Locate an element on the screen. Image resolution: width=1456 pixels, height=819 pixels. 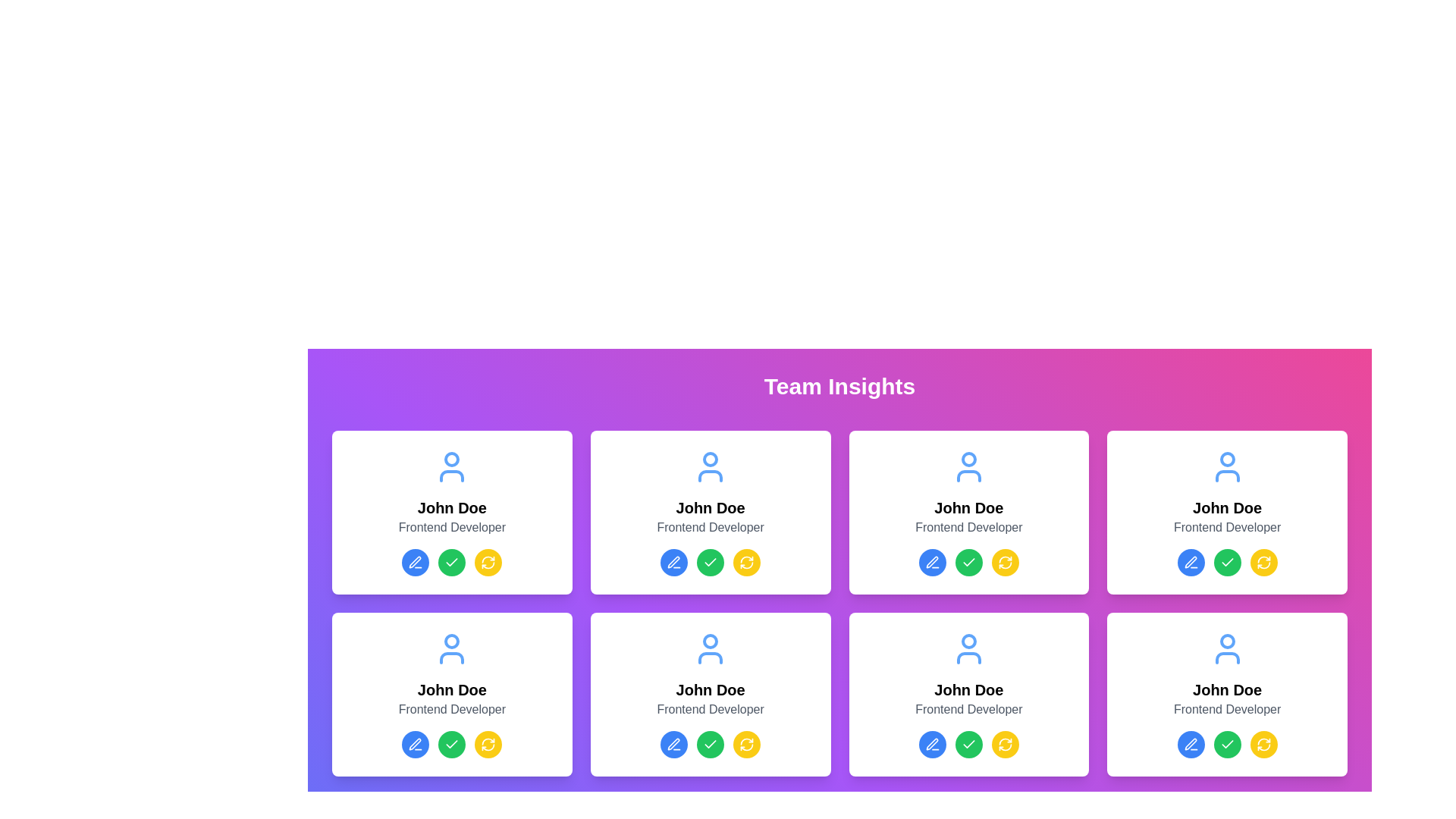
the leftmost edit icon located inside the second user profile card in the bottom row to allow modification of related information is located at coordinates (415, 743).